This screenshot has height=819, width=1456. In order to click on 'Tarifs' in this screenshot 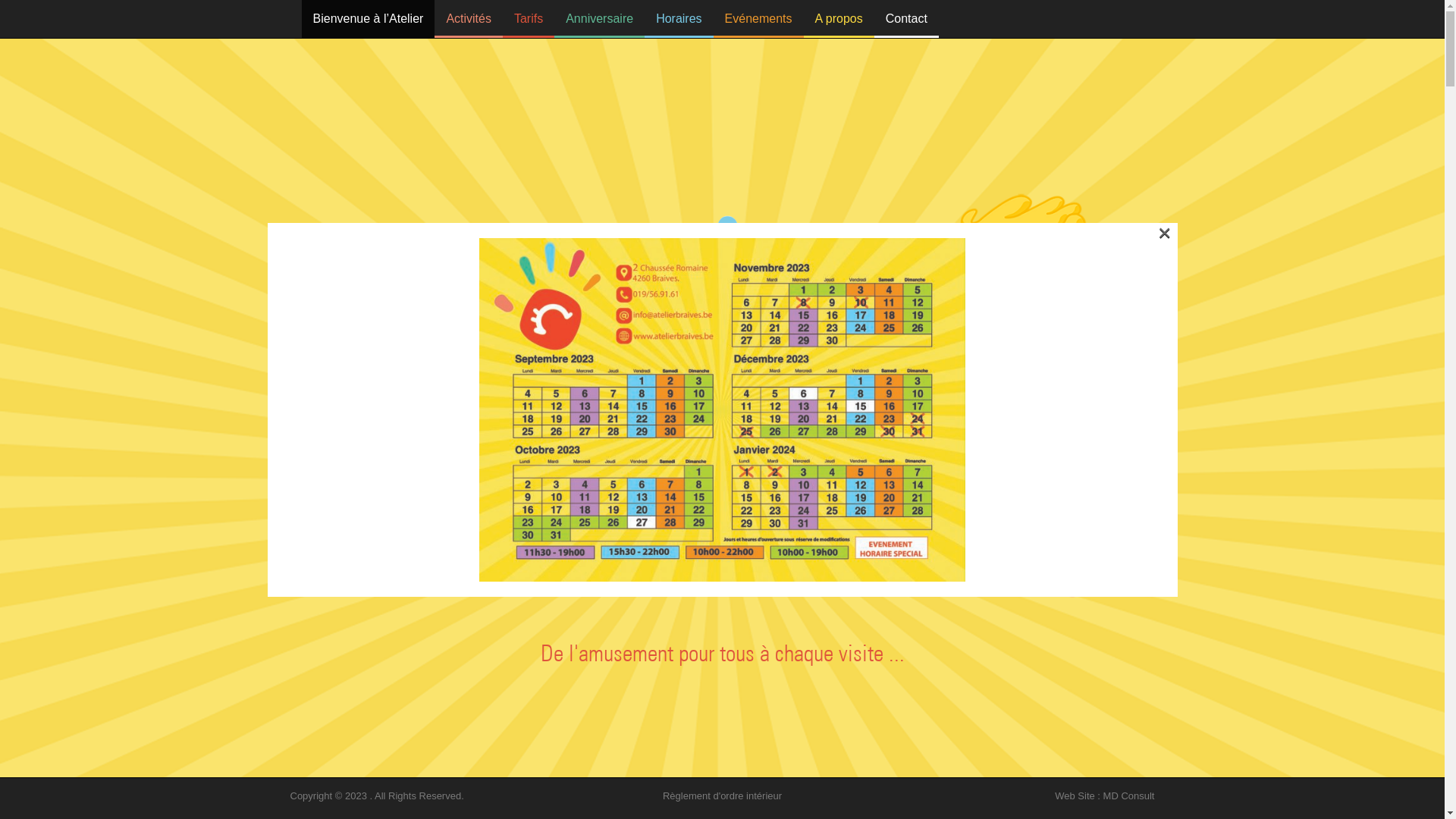, I will do `click(528, 18)`.